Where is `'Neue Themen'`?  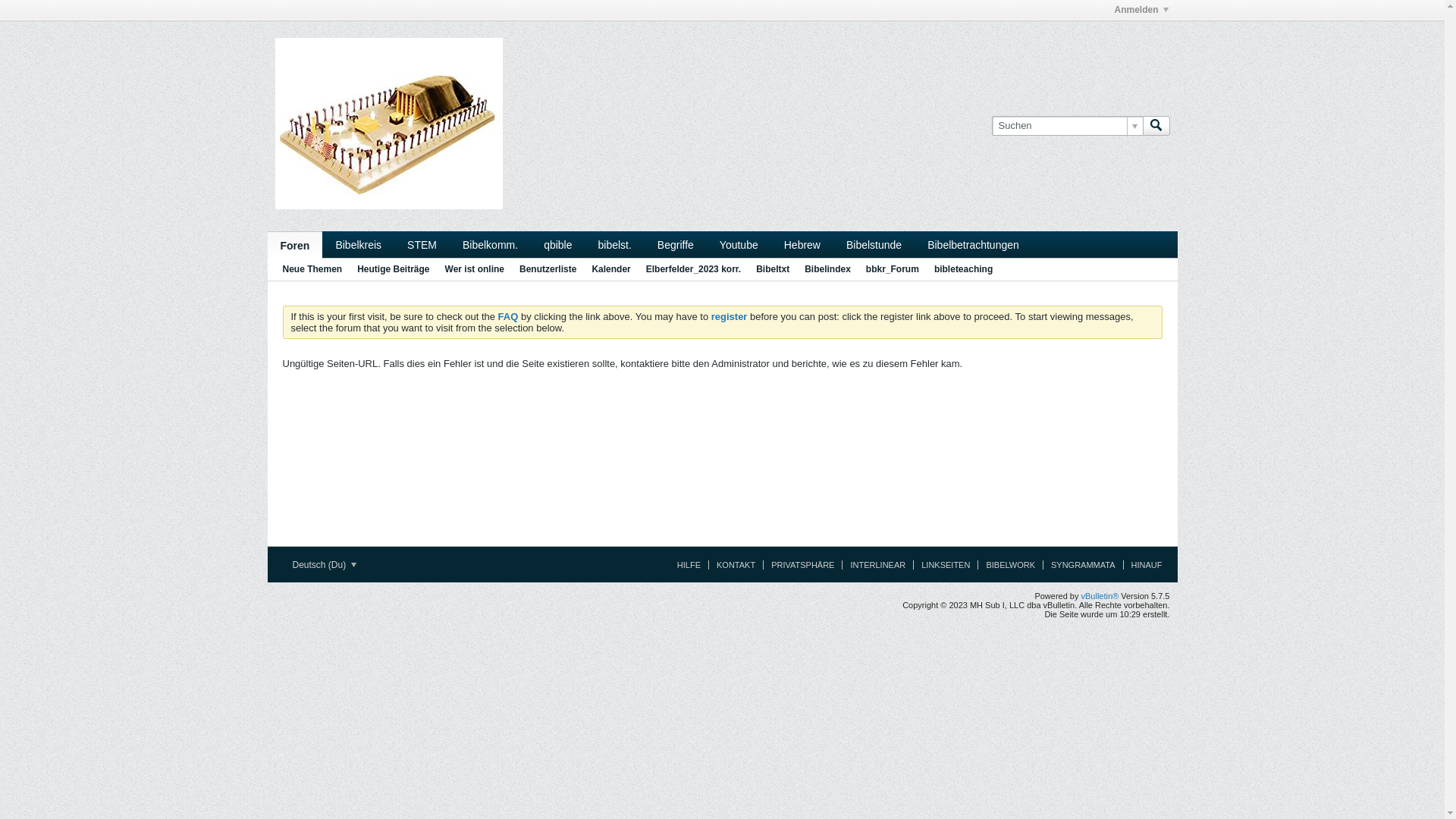 'Neue Themen' is located at coordinates (311, 268).